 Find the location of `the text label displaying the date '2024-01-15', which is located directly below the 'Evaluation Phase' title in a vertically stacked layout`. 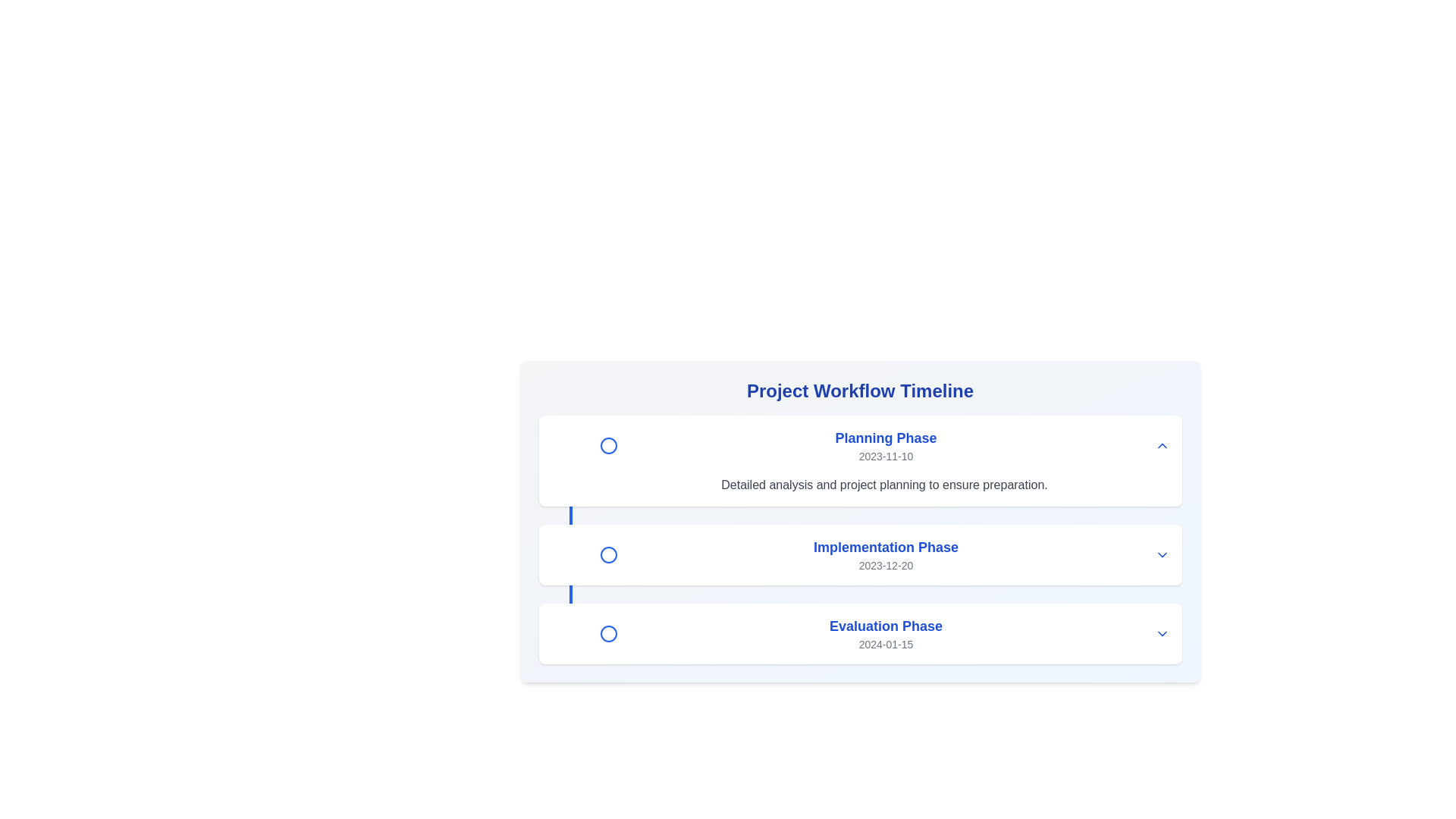

the text label displaying the date '2024-01-15', which is located directly below the 'Evaluation Phase' title in a vertically stacked layout is located at coordinates (886, 644).